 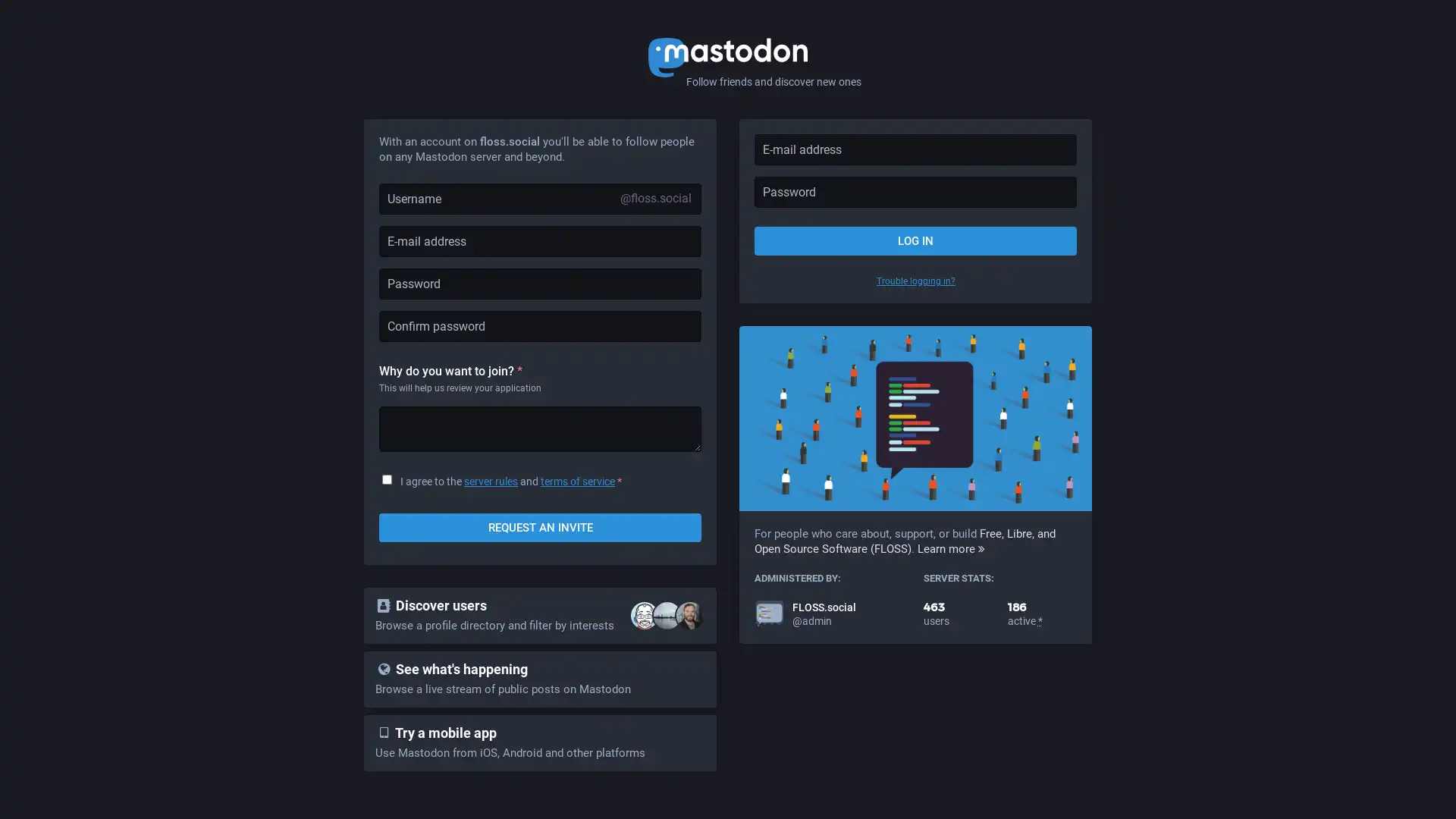 What do you see at coordinates (915, 240) in the screenshot?
I see `LOG IN` at bounding box center [915, 240].